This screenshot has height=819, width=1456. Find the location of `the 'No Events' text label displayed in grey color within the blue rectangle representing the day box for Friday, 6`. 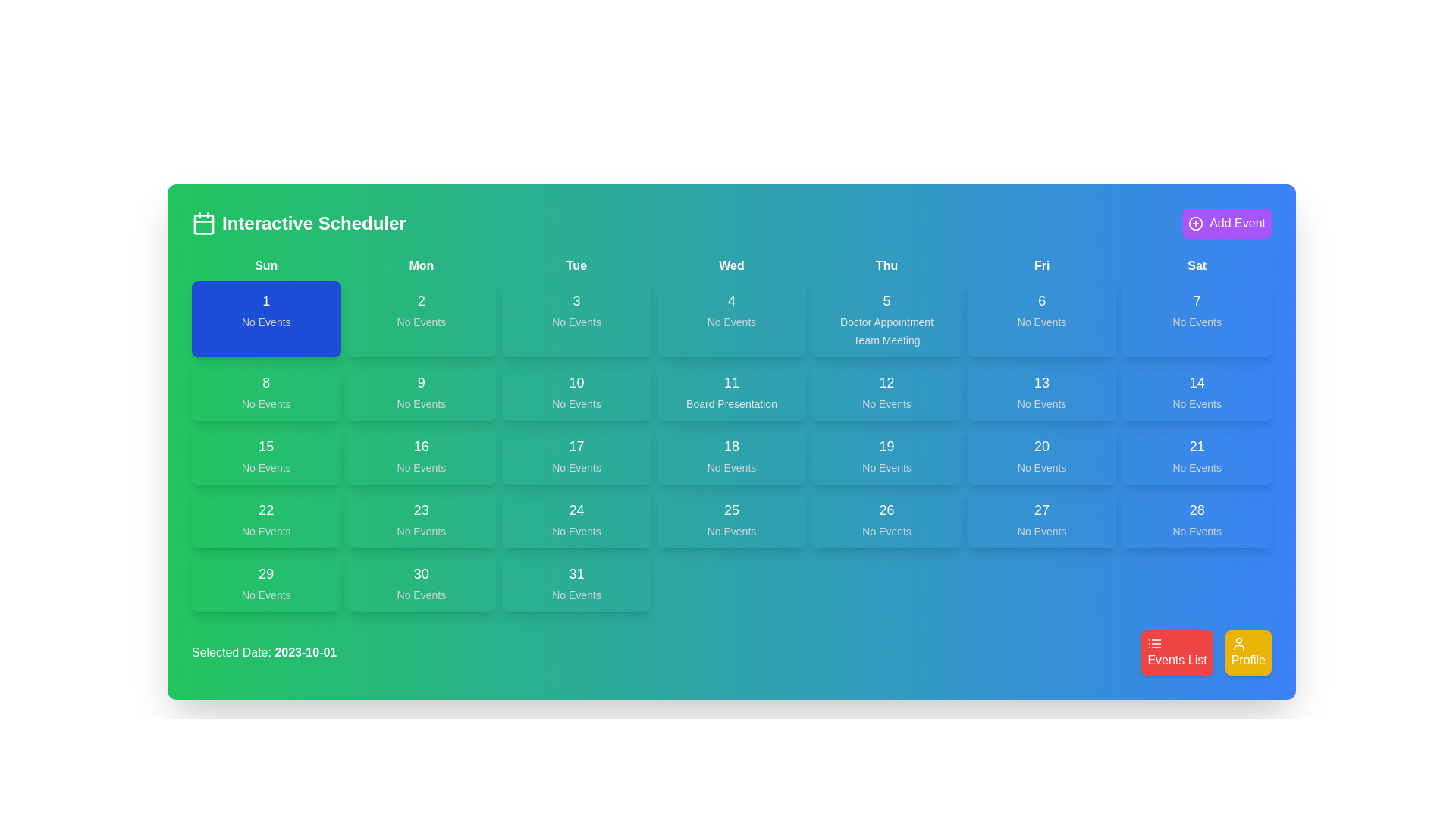

the 'No Events' text label displayed in grey color within the blue rectangle representing the day box for Friday, 6 is located at coordinates (1041, 321).